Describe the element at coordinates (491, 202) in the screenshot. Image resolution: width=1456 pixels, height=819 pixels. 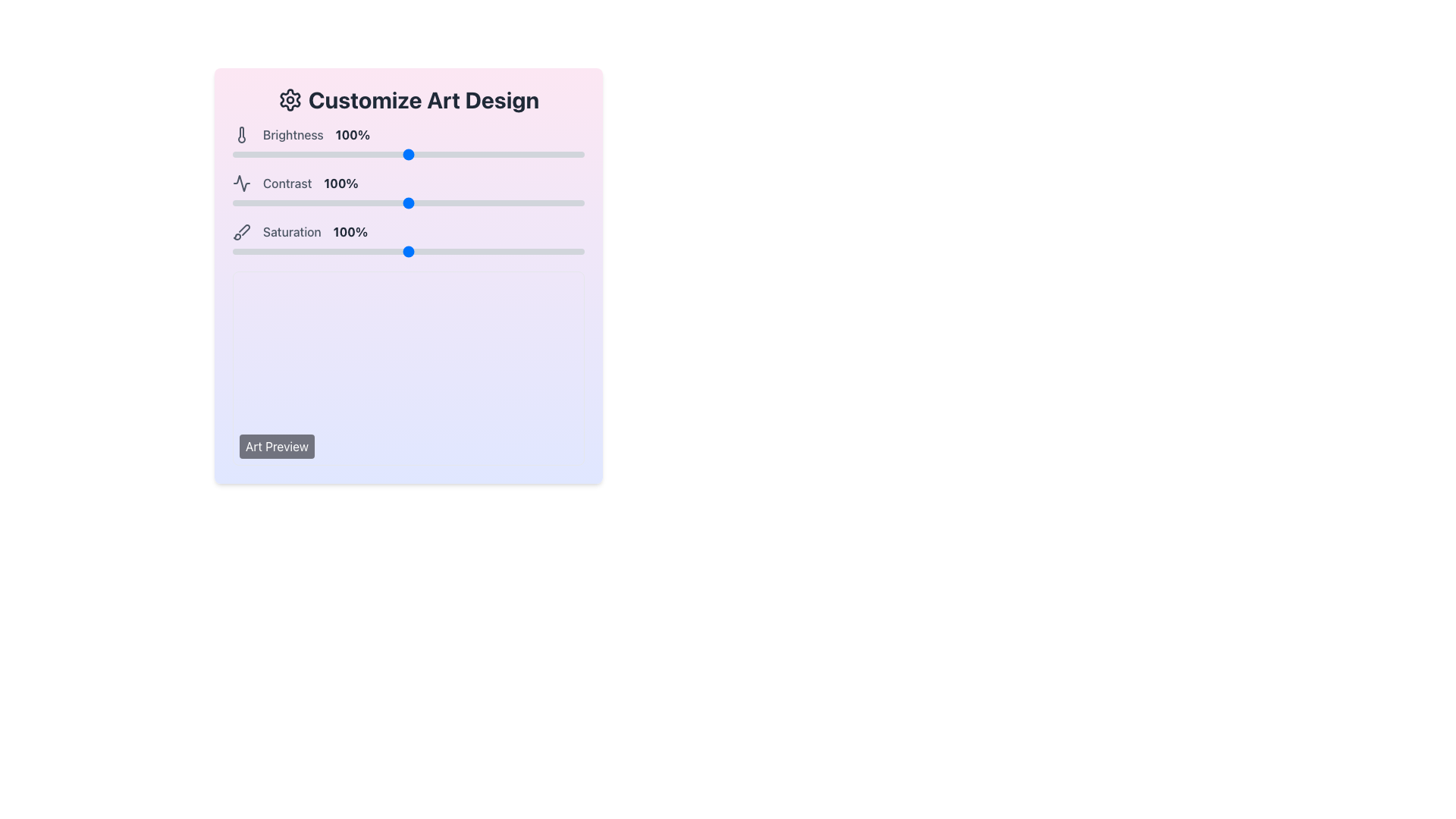
I see `contrast` at that location.